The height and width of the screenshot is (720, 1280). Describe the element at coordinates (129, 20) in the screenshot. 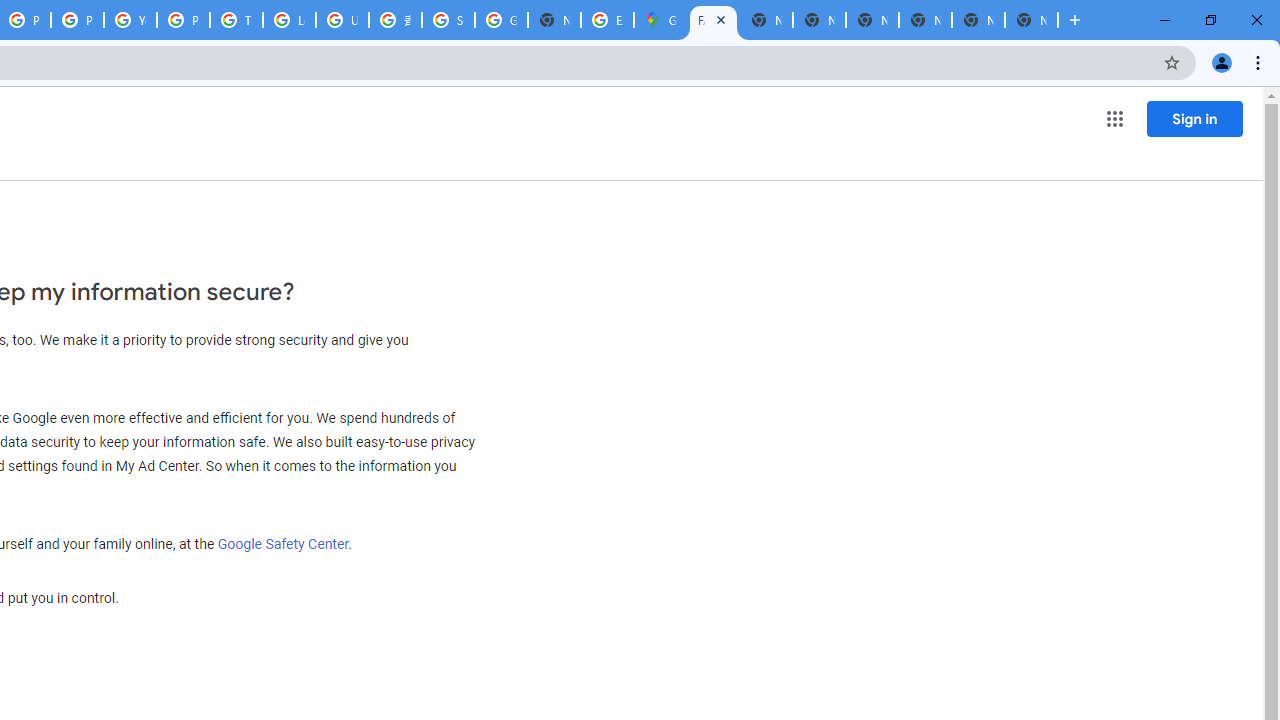

I see `'YouTube'` at that location.